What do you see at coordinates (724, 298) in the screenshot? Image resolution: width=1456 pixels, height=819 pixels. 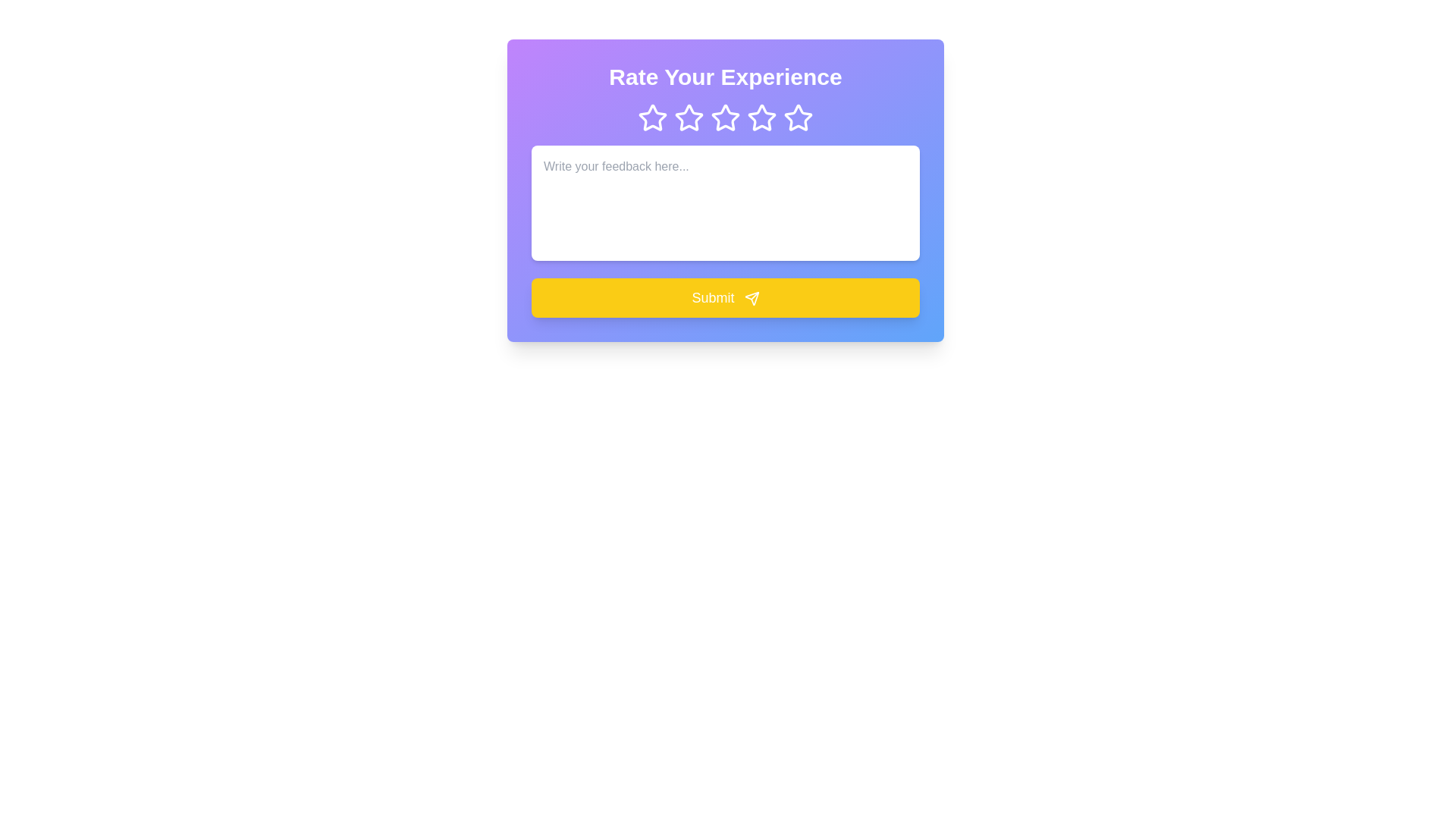 I see `the yellow 'Submit' button with white text and a paper plane icon` at bounding box center [724, 298].